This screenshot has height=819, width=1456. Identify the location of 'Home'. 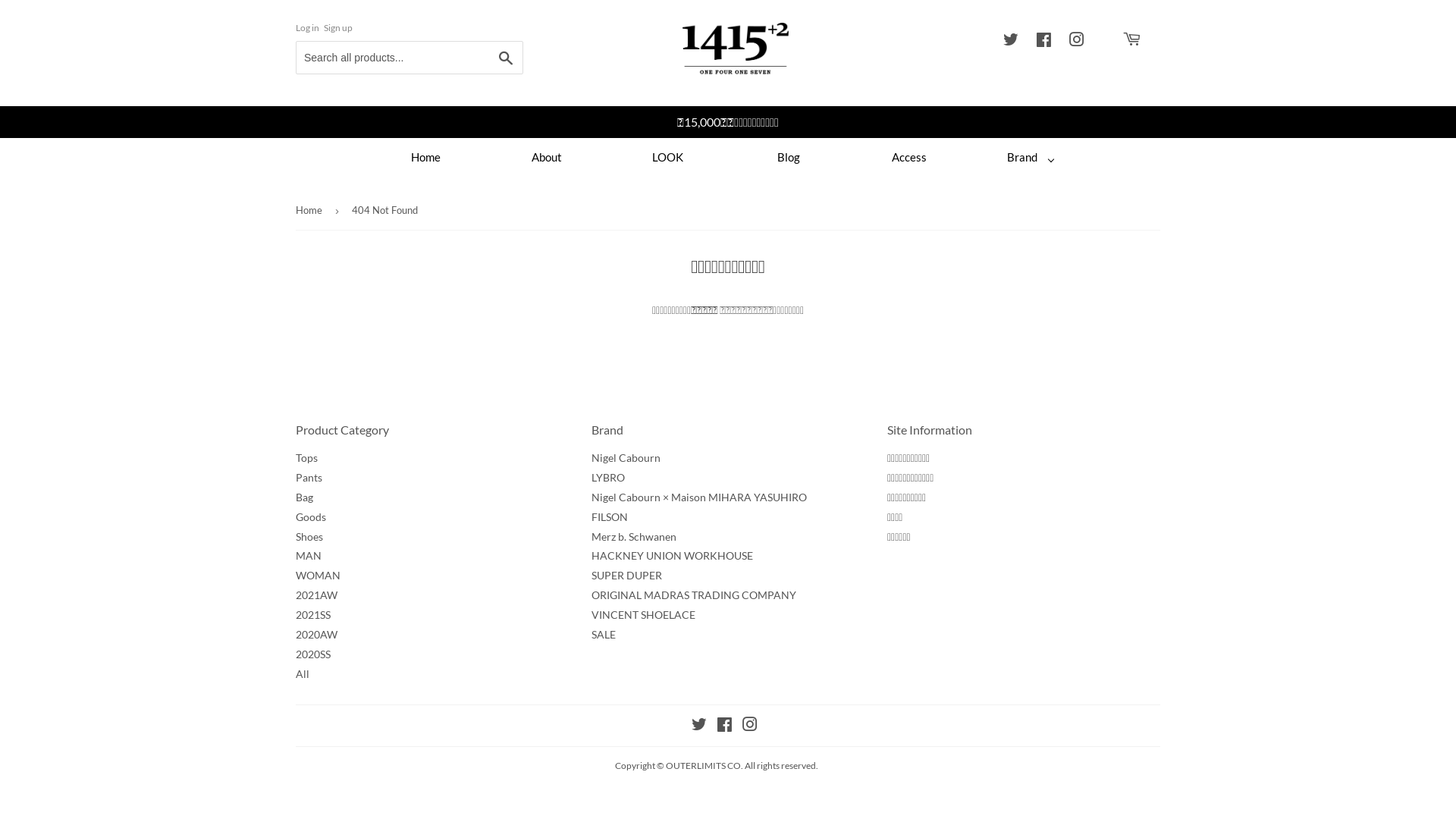
(295, 210).